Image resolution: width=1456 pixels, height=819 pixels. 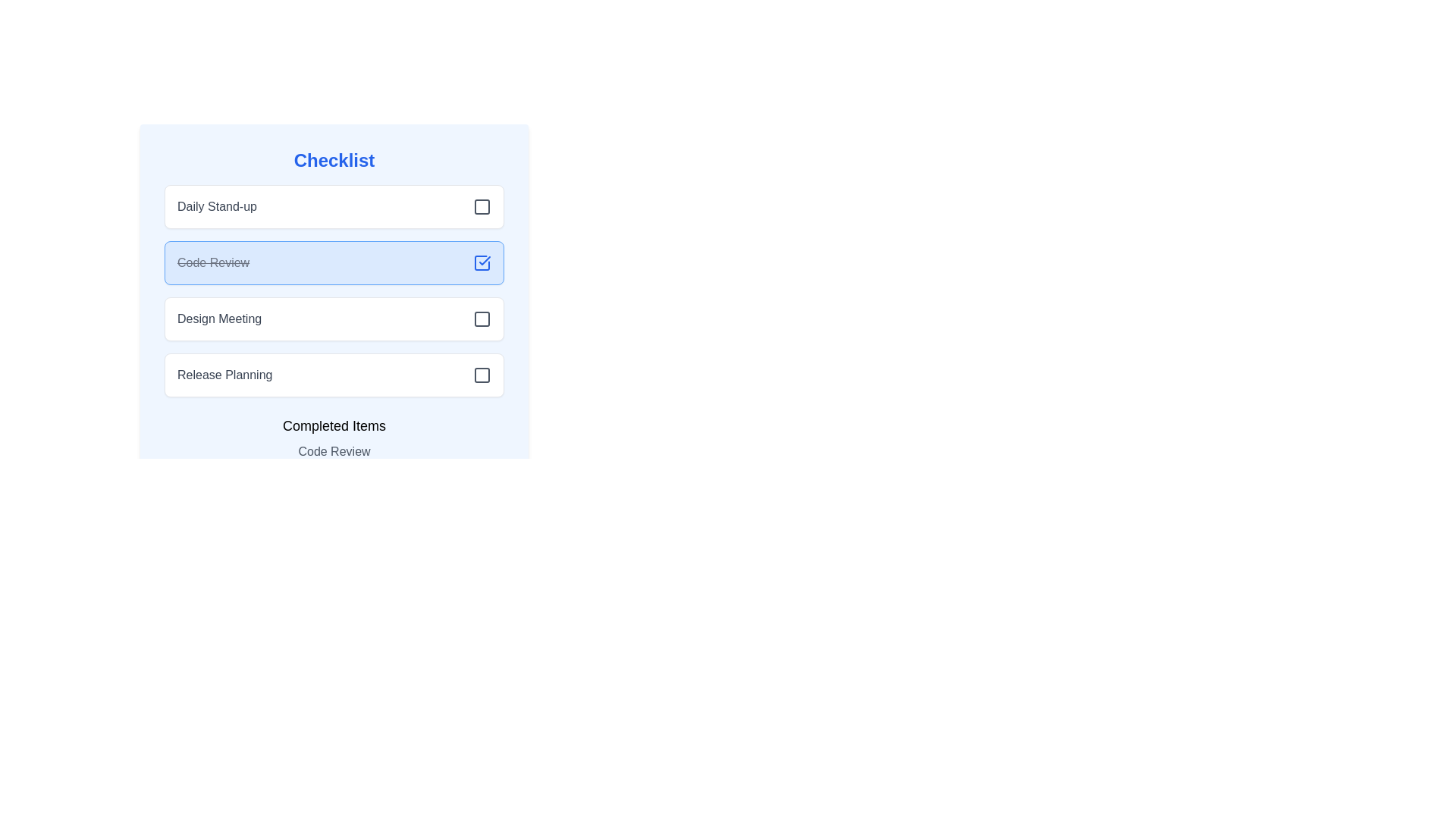 I want to click on the Button/Toggle indicator associated with marking the task 'Design Meeting' in the checklist, so click(x=481, y=318).